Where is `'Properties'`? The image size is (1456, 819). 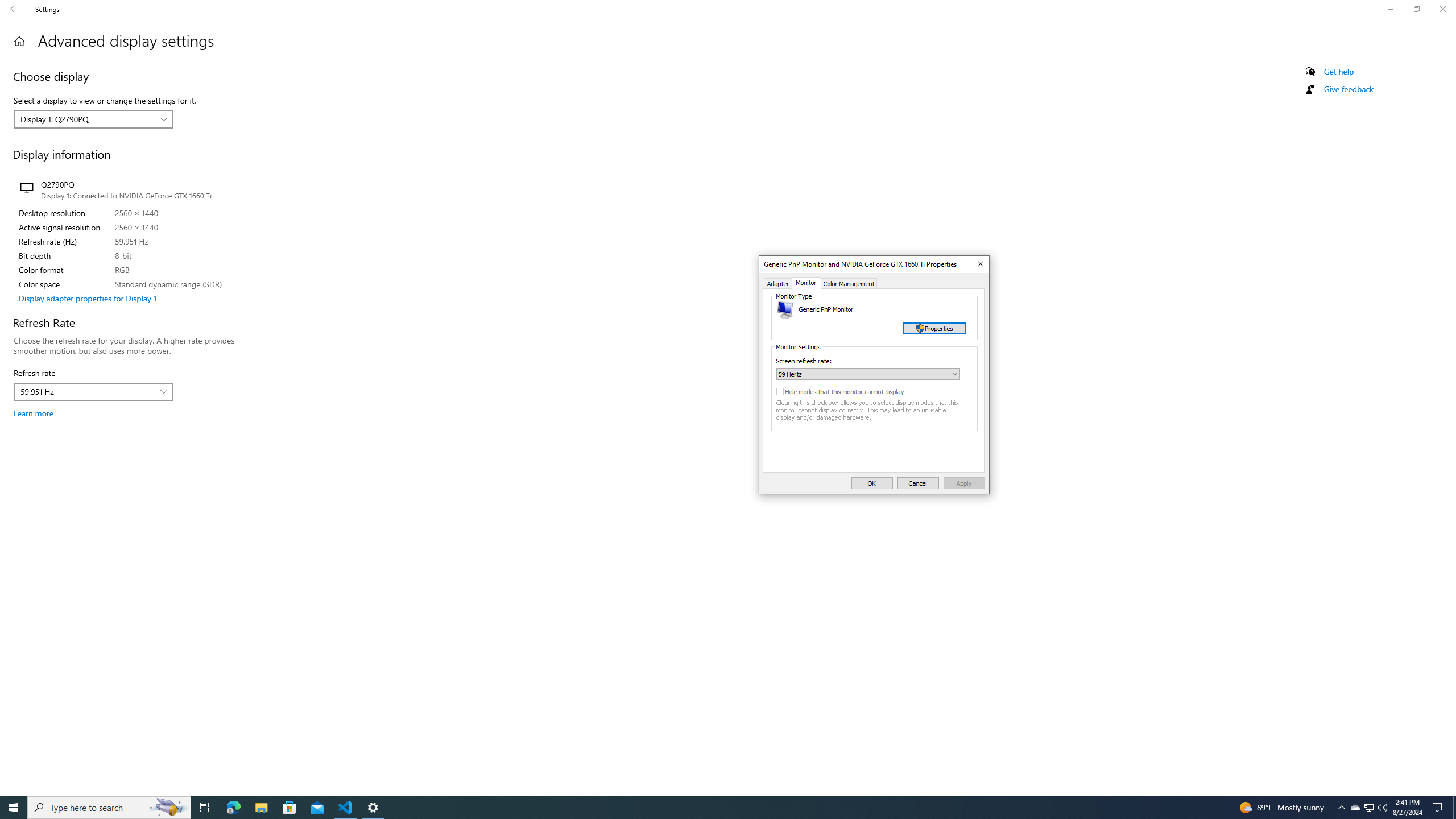 'Properties' is located at coordinates (934, 328).